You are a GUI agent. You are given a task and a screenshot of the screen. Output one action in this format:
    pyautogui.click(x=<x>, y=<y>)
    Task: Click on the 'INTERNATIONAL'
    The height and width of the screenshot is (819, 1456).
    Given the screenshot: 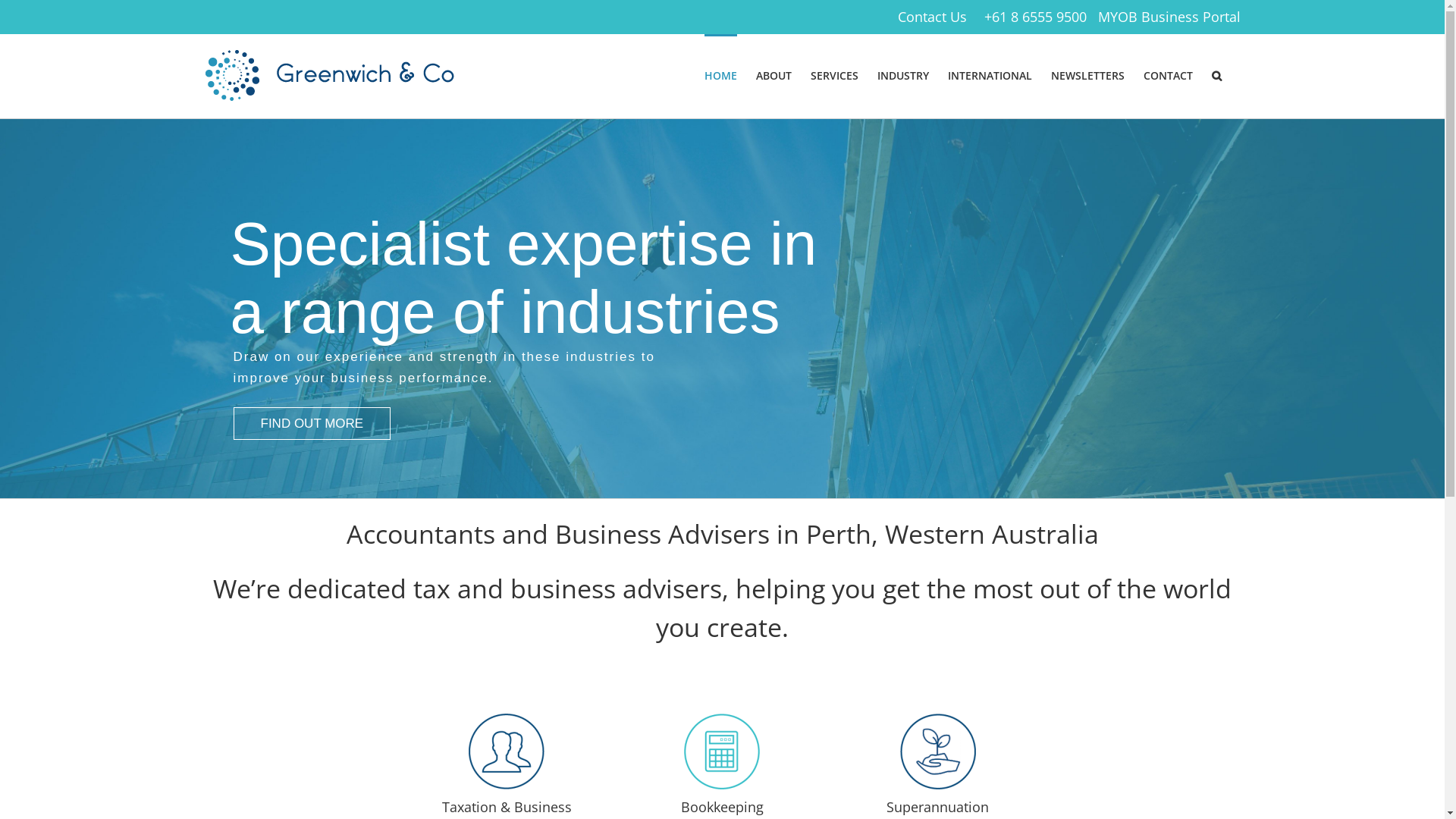 What is the action you would take?
    pyautogui.click(x=990, y=74)
    